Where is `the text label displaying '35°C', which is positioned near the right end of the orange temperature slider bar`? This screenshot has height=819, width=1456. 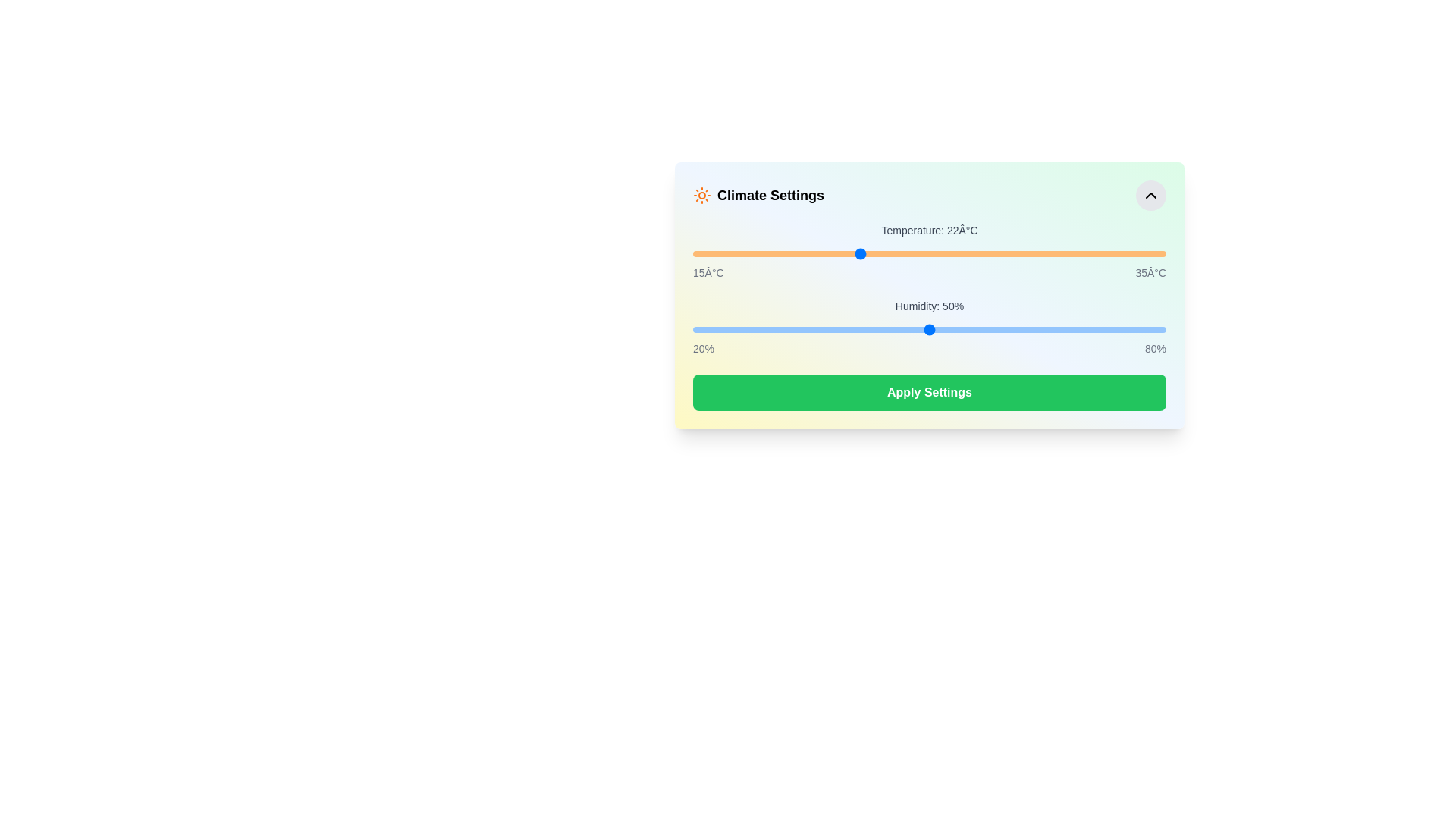
the text label displaying '35°C', which is positioned near the right end of the orange temperature slider bar is located at coordinates (1150, 271).